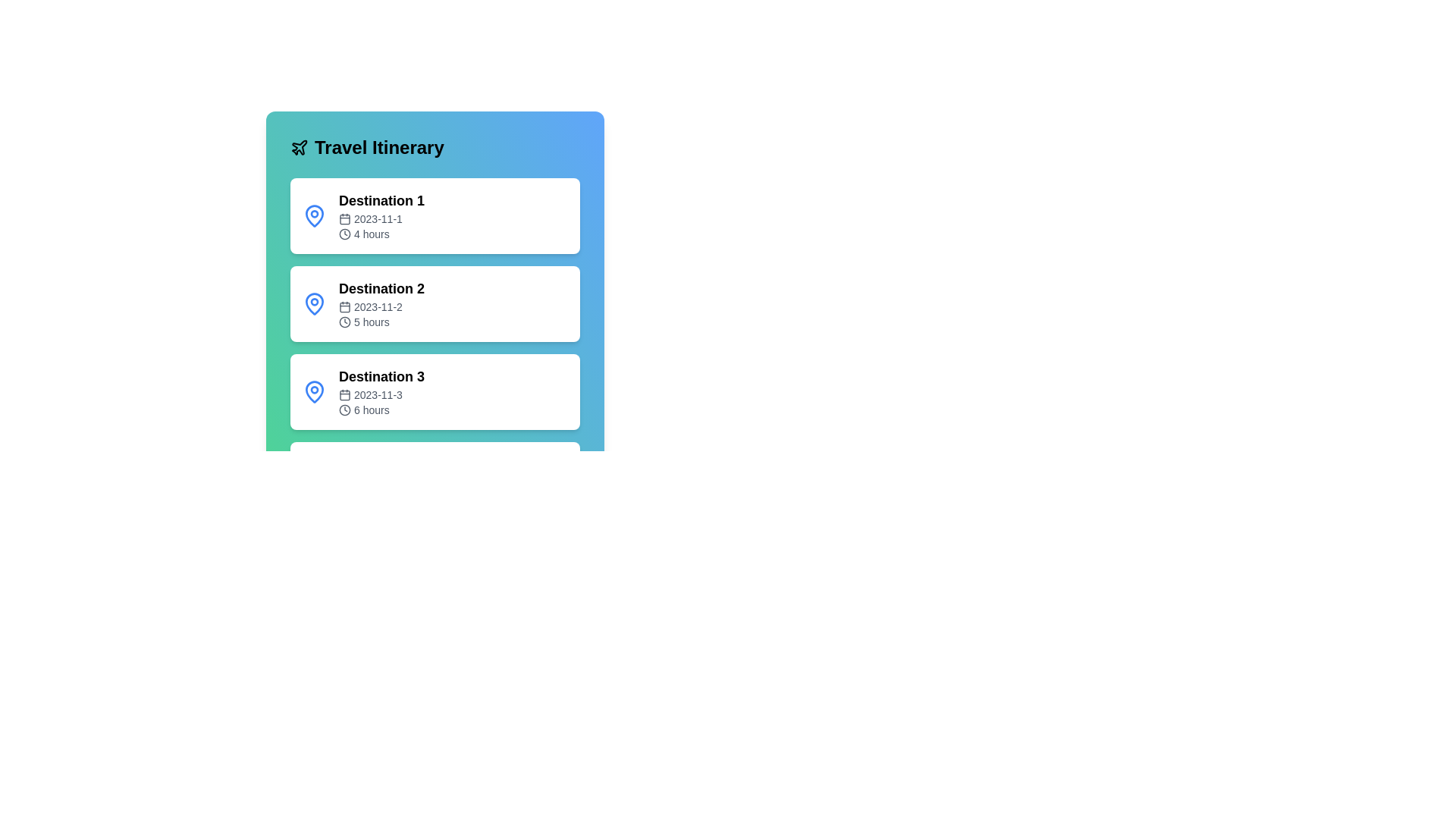  What do you see at coordinates (381, 289) in the screenshot?
I see `the text label displaying the destination name in the itinerary, located below 'Destination 1' and above 'Destination 3'` at bounding box center [381, 289].